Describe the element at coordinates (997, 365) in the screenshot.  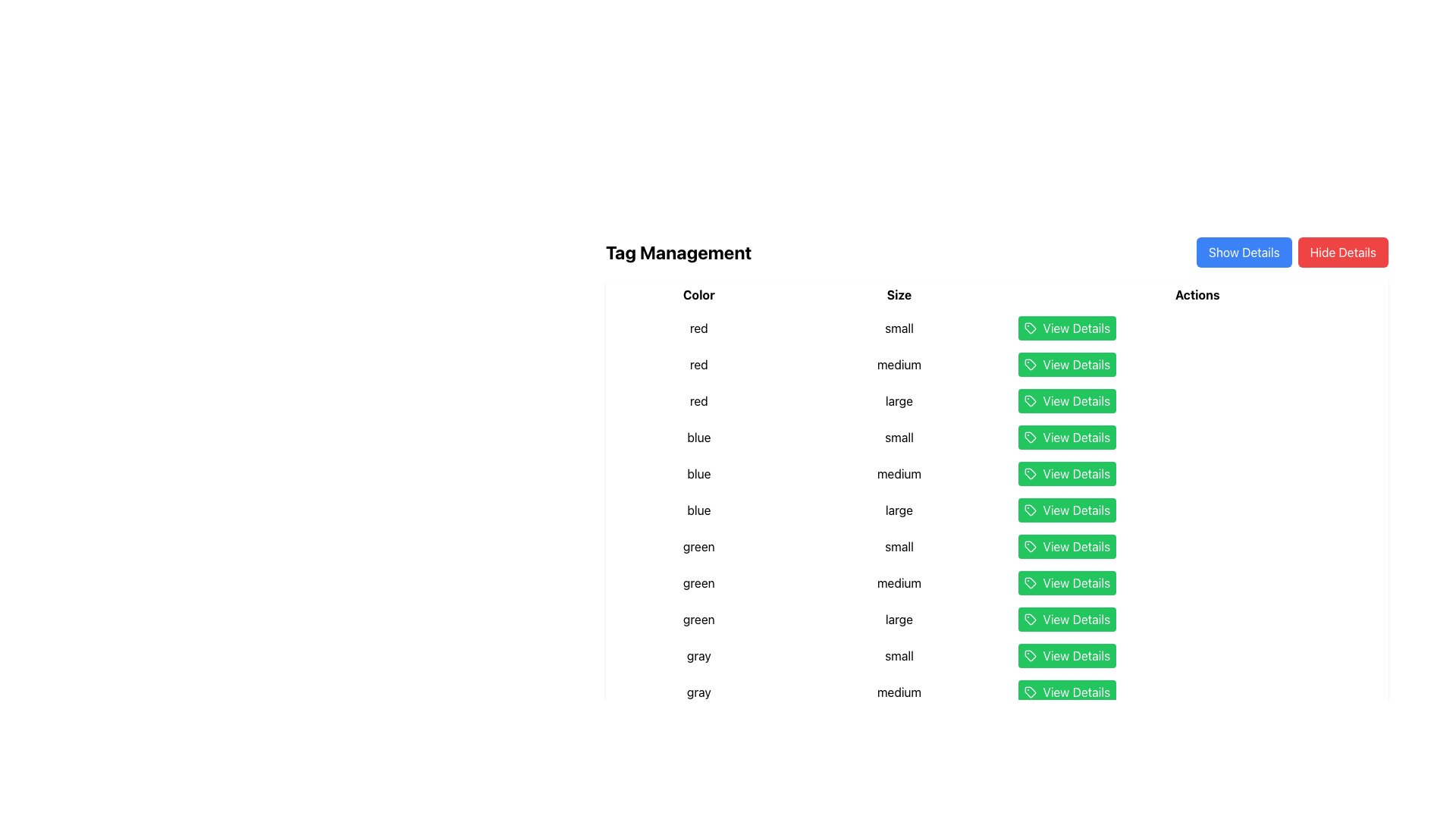
I see `the second row of the table, which contains the values 'red', 'medium', and the 'View Details' button` at that location.